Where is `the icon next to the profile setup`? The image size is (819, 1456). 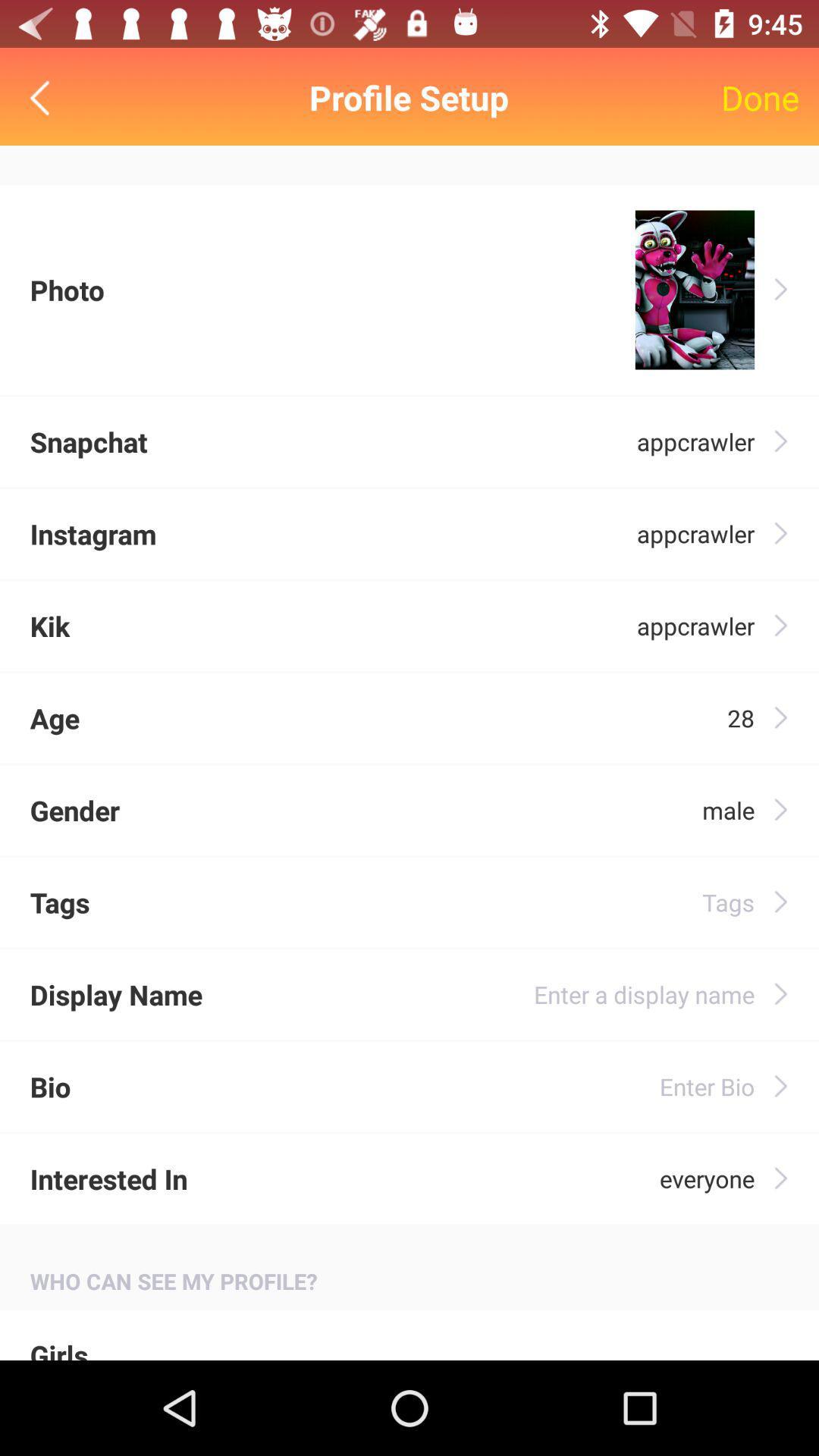 the icon next to the profile setup is located at coordinates (760, 97).